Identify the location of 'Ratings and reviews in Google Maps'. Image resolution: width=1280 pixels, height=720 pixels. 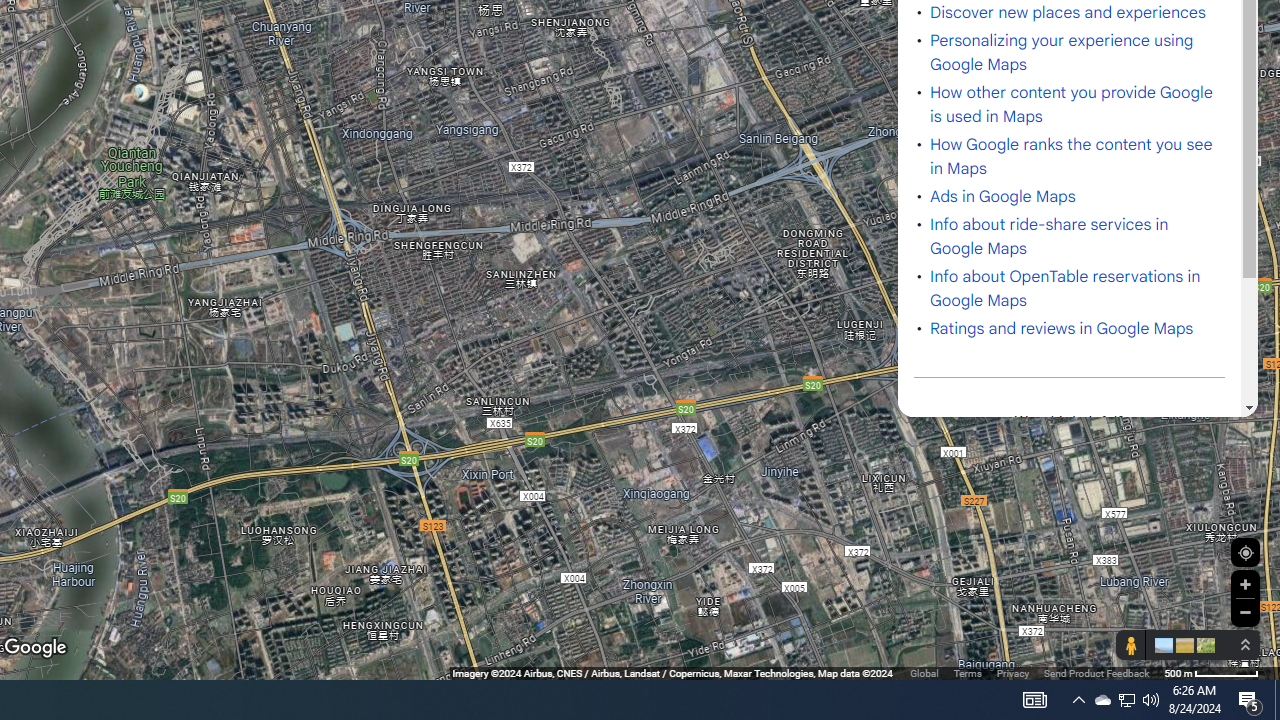
(1061, 328).